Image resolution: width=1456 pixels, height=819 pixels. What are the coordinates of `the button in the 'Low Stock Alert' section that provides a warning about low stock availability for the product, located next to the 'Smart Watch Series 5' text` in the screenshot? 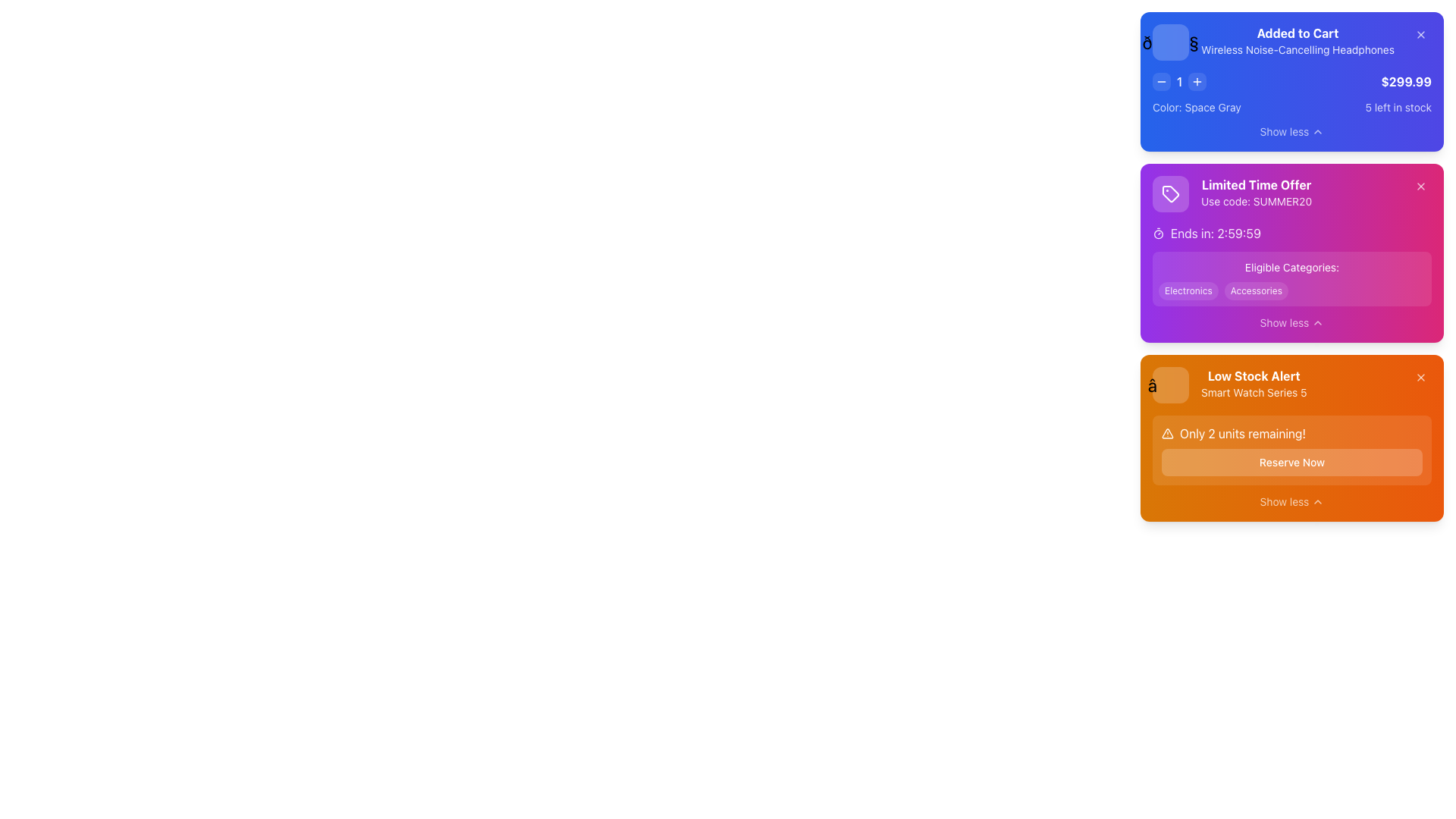 It's located at (1291, 450).